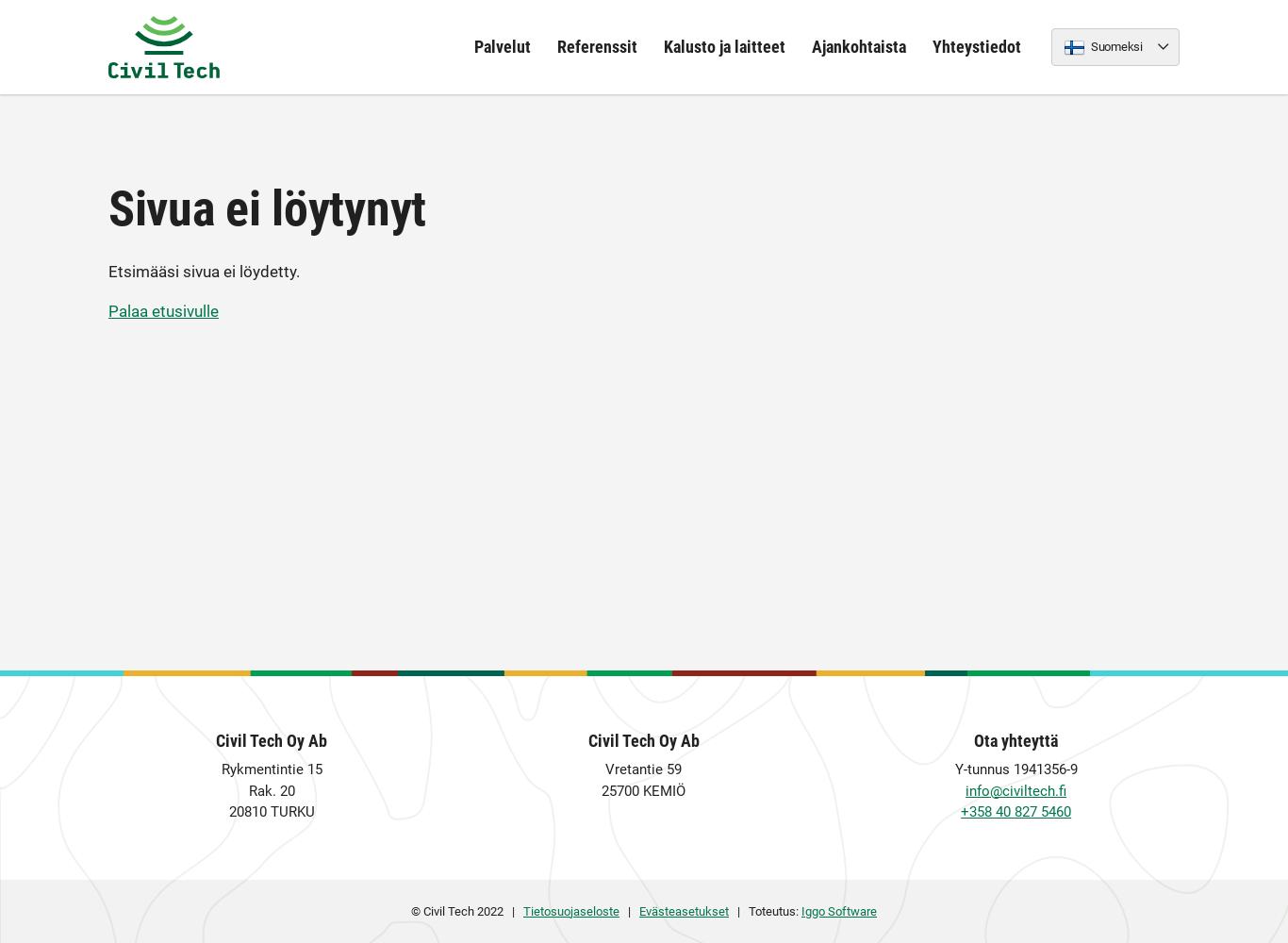 The width and height of the screenshot is (1288, 943). What do you see at coordinates (267, 207) in the screenshot?
I see `'Sivua ei löytynyt'` at bounding box center [267, 207].